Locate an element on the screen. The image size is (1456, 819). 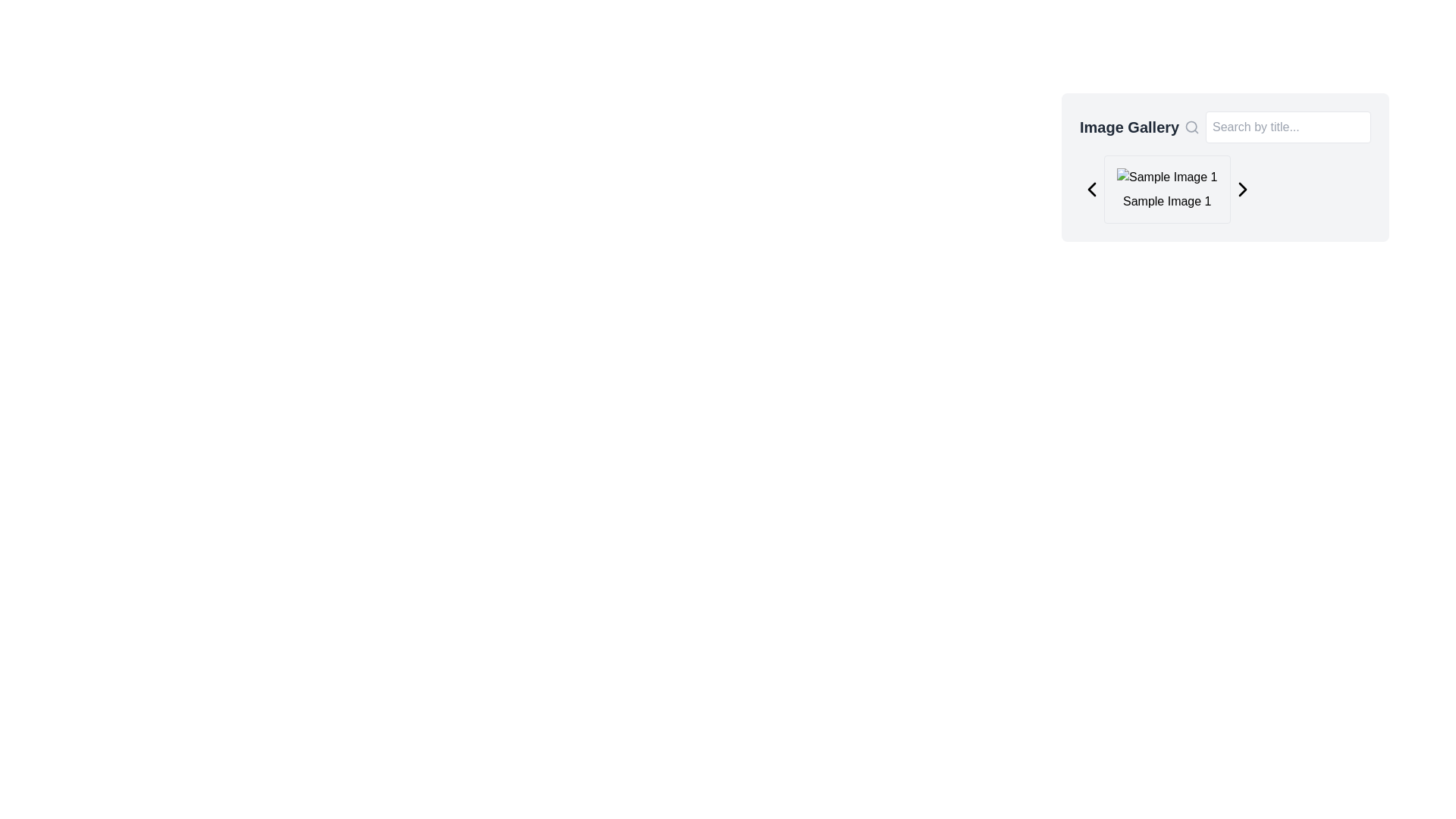
the navigation icon located at the upper-right area of the image gallery interface to move to the next image or section is located at coordinates (1242, 189).